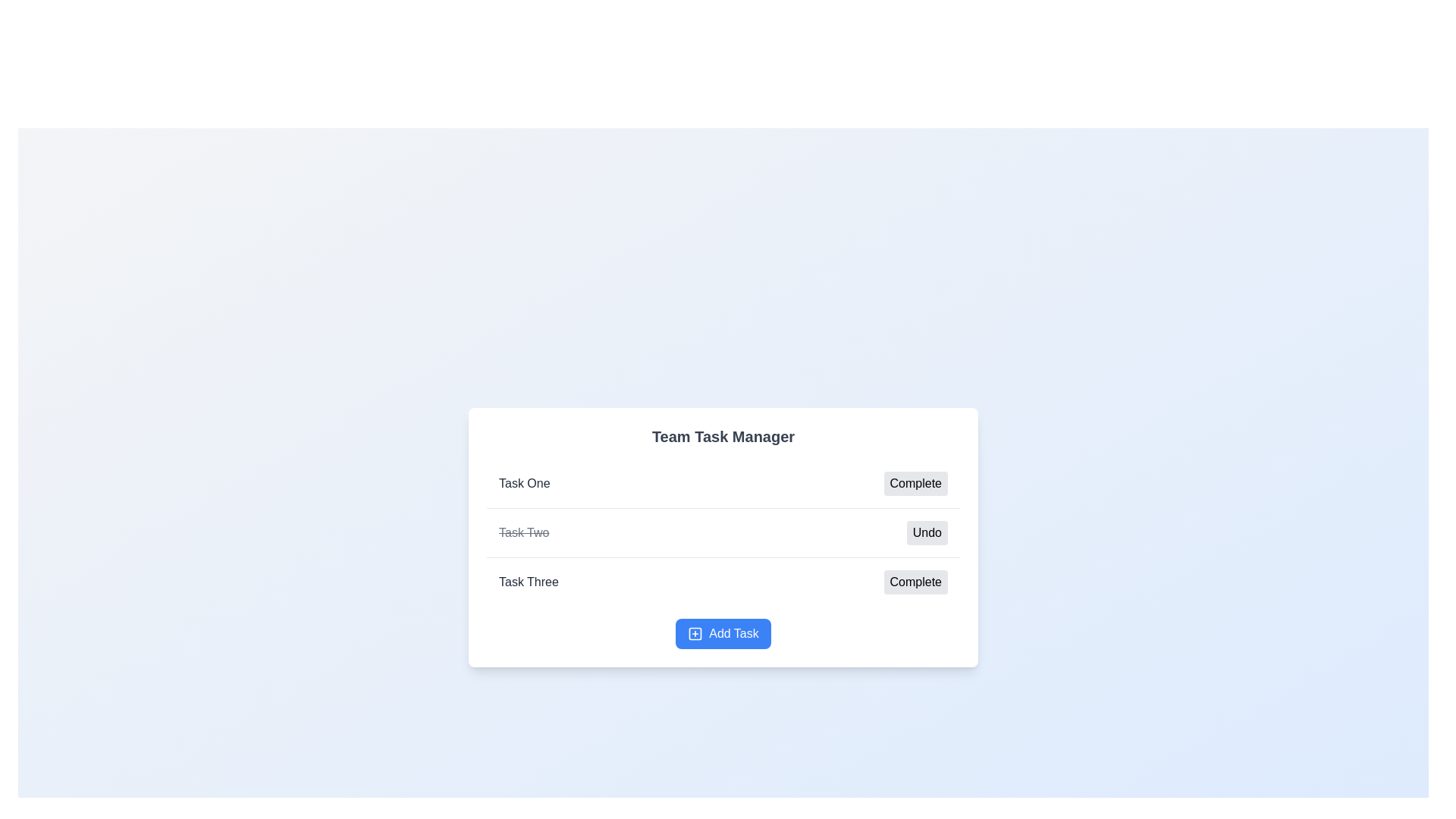 This screenshot has height=819, width=1456. Describe the element at coordinates (524, 532) in the screenshot. I see `the task Task Two from the list` at that location.